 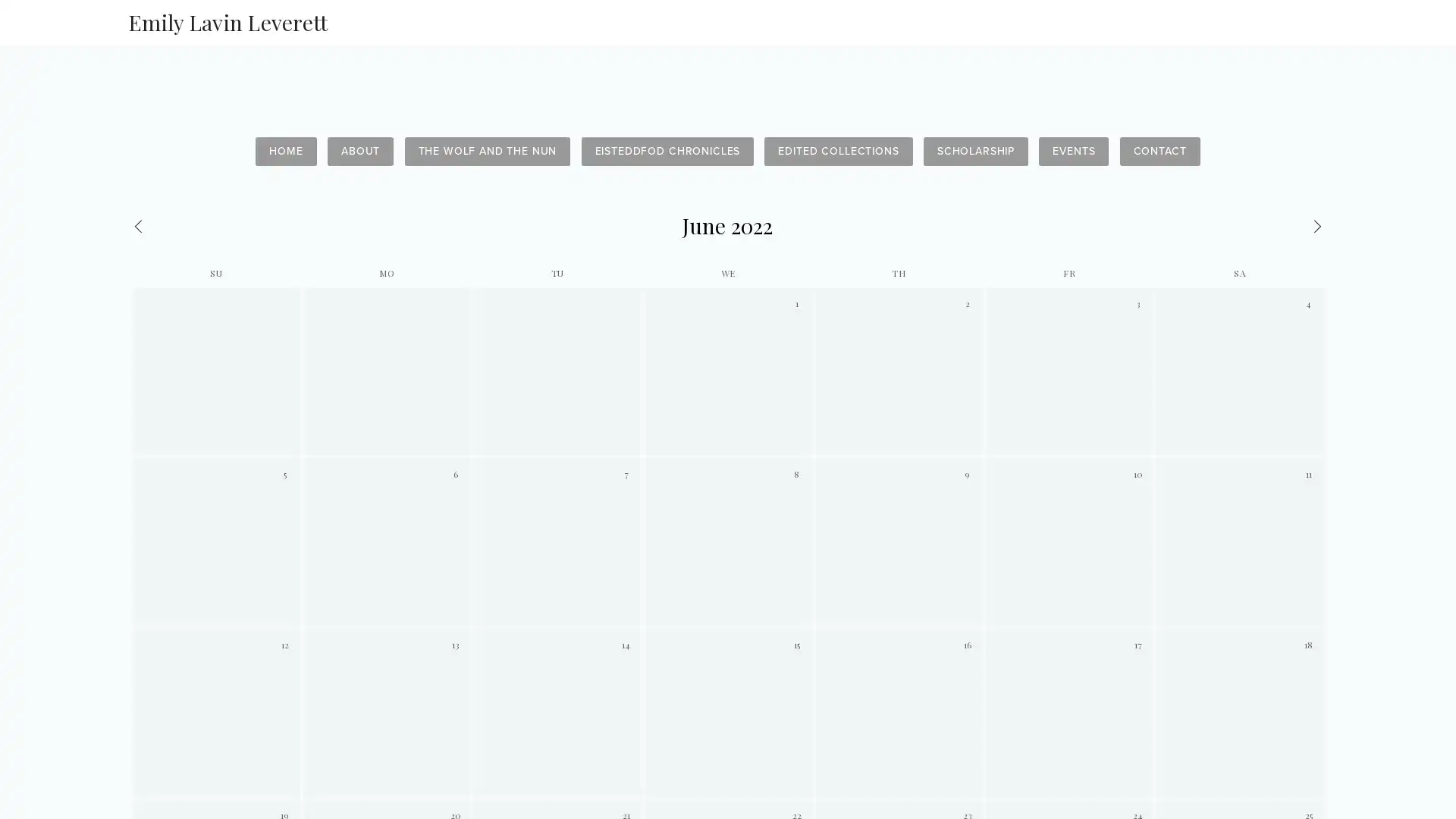 What do you see at coordinates (212, 225) in the screenshot?
I see `Go to previous month` at bounding box center [212, 225].